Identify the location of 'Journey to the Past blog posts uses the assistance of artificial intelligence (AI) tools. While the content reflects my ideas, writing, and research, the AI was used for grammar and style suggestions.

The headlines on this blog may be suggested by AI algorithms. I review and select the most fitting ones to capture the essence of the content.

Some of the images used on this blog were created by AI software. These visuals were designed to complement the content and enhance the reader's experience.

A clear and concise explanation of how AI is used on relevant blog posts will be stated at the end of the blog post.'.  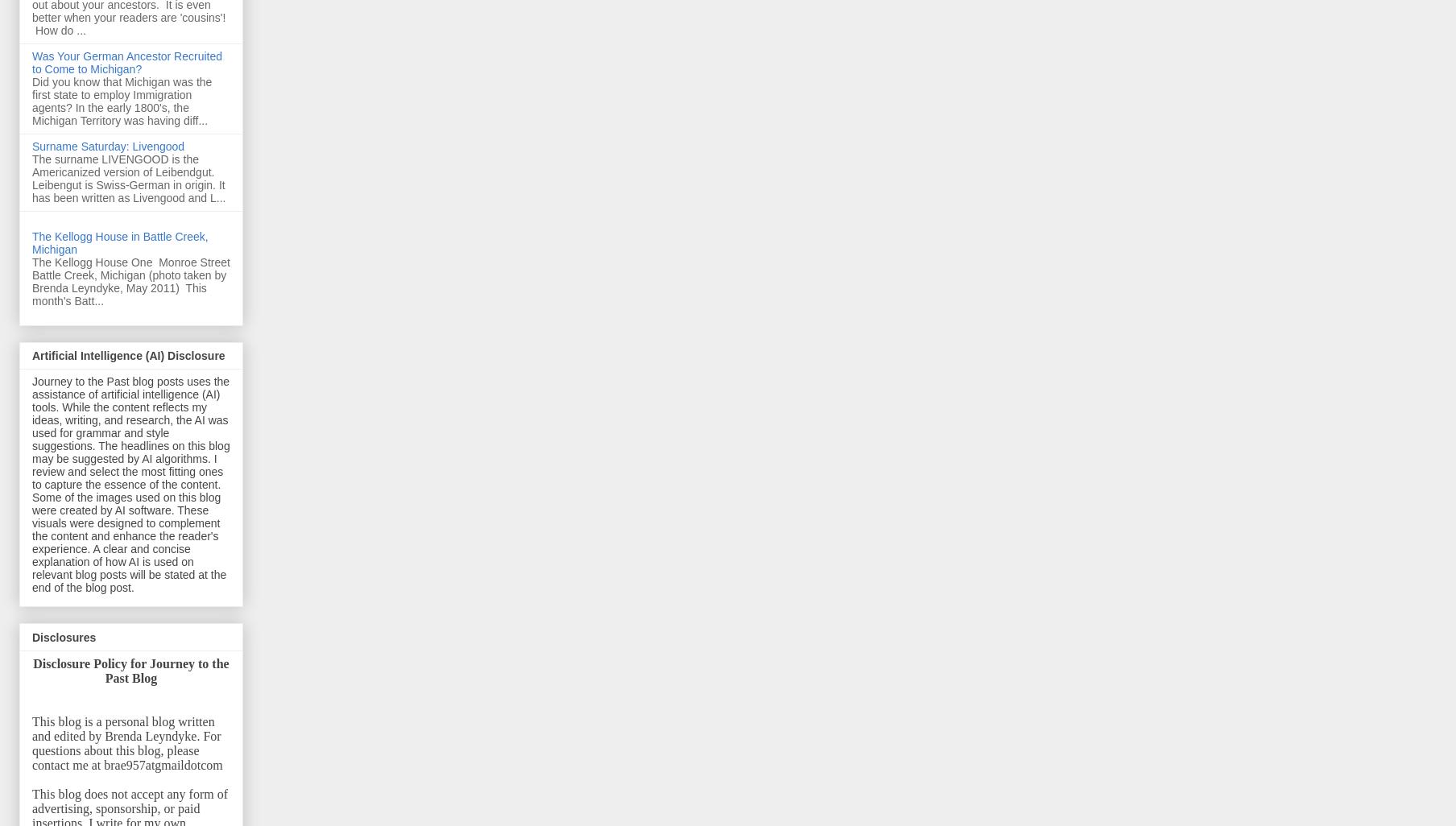
(130, 483).